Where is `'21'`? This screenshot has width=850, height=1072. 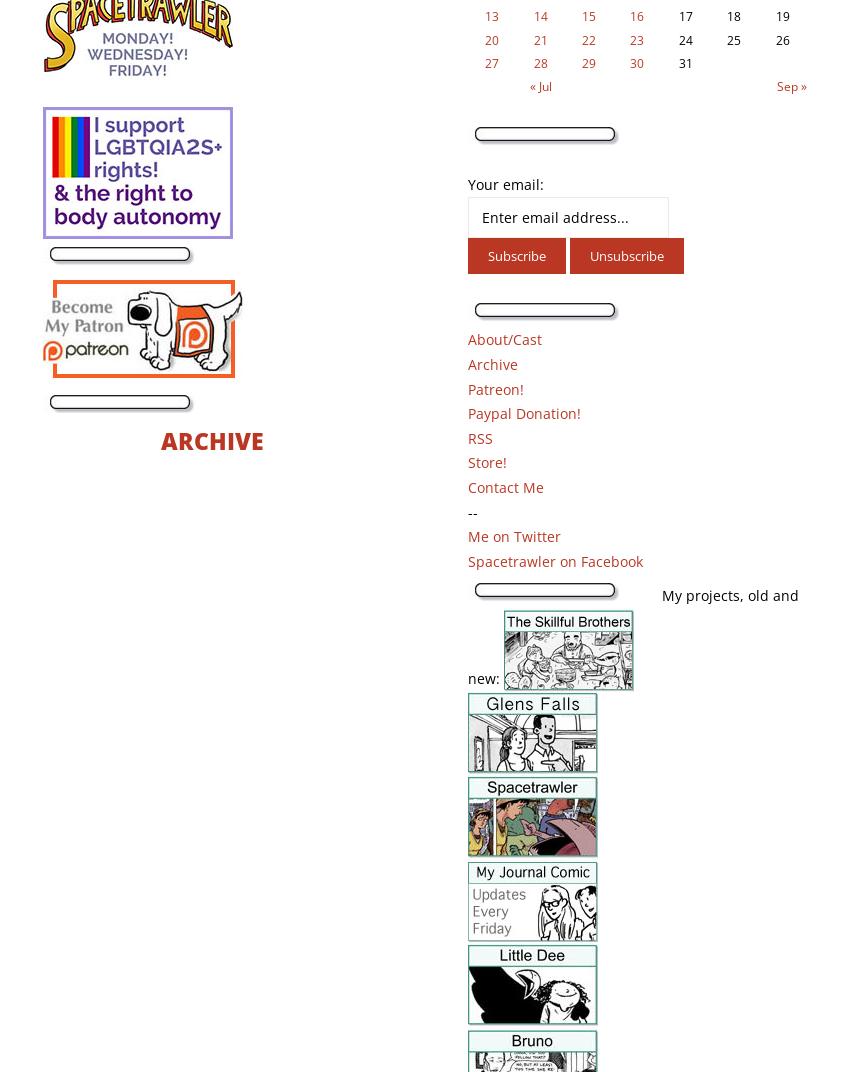 '21' is located at coordinates (532, 38).